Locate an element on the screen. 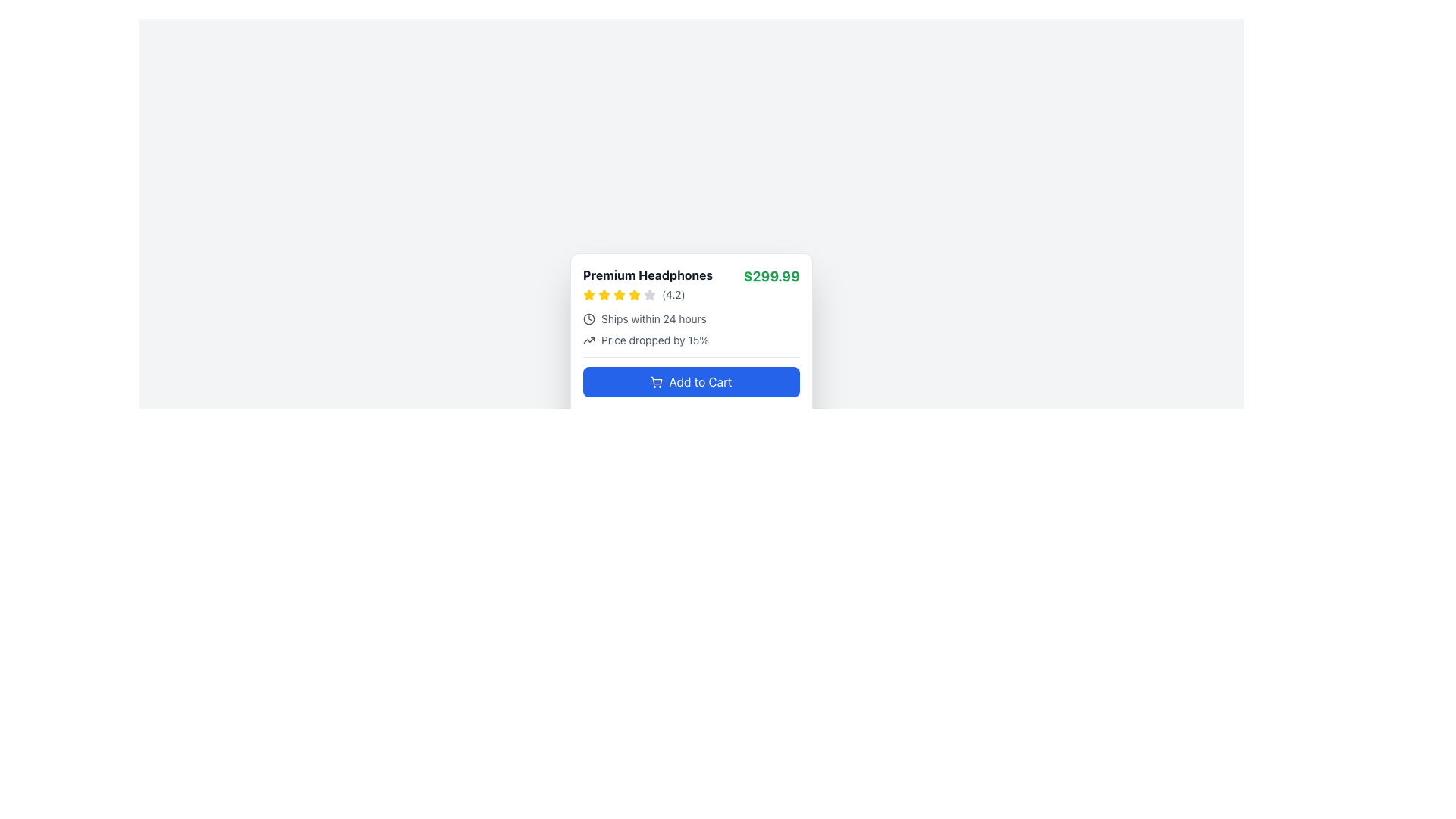  the first yellow star icon in the rating system, which visually signifies the rating value of the product, located immediately after the product title and before the text '(4.2)' is located at coordinates (588, 295).